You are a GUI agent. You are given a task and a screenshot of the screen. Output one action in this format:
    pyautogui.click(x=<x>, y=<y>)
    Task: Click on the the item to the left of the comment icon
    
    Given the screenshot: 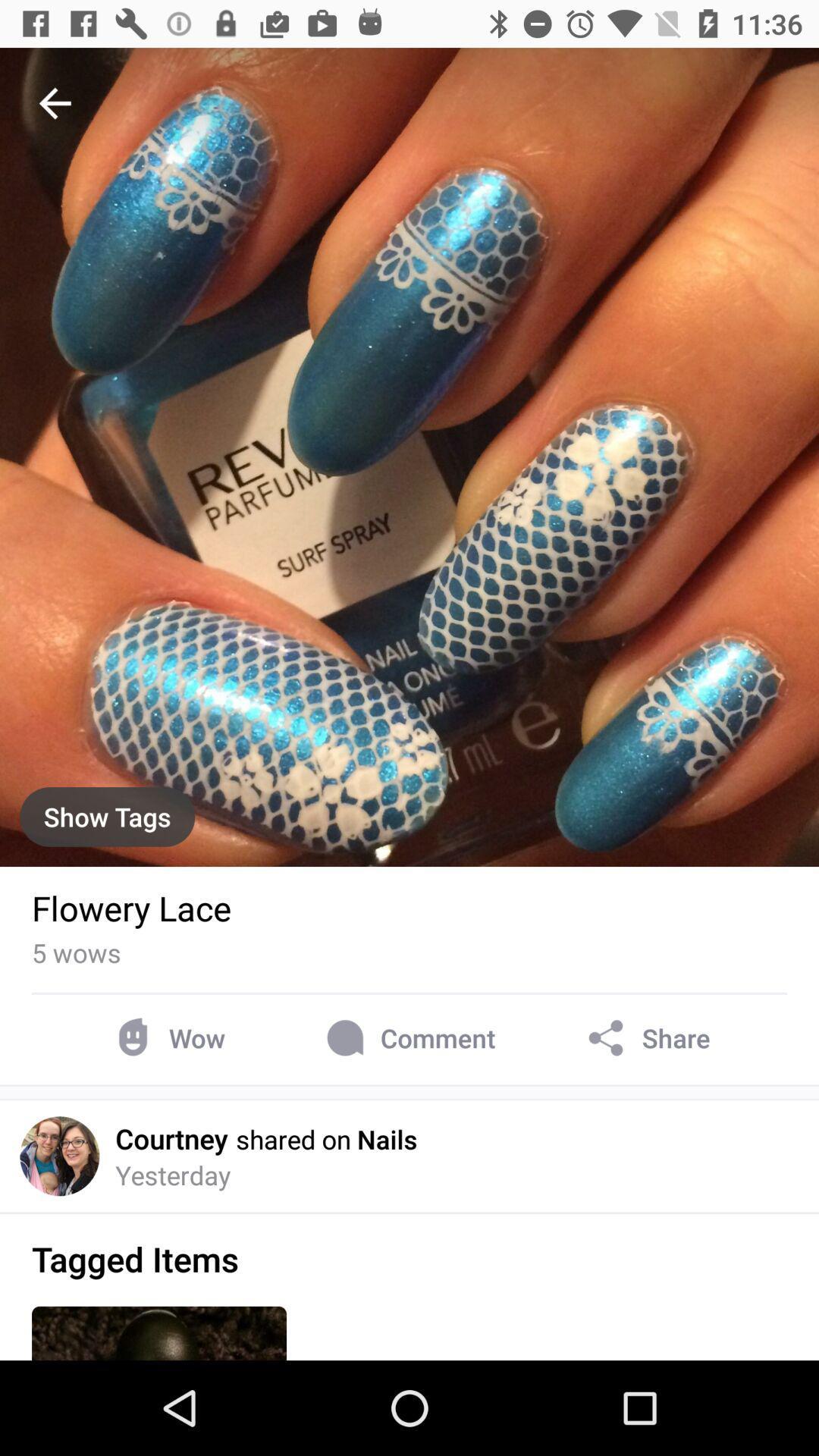 What is the action you would take?
    pyautogui.click(x=167, y=1037)
    